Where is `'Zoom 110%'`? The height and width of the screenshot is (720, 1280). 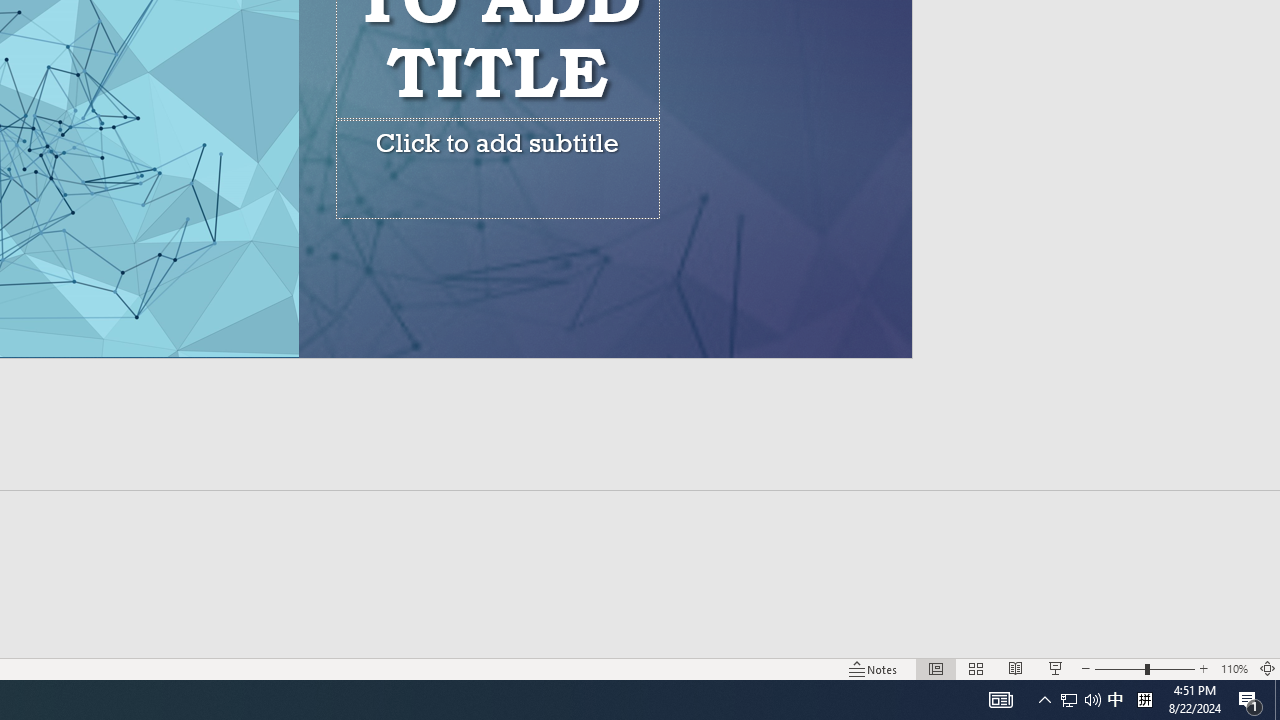
'Zoom 110%' is located at coordinates (1233, 669).